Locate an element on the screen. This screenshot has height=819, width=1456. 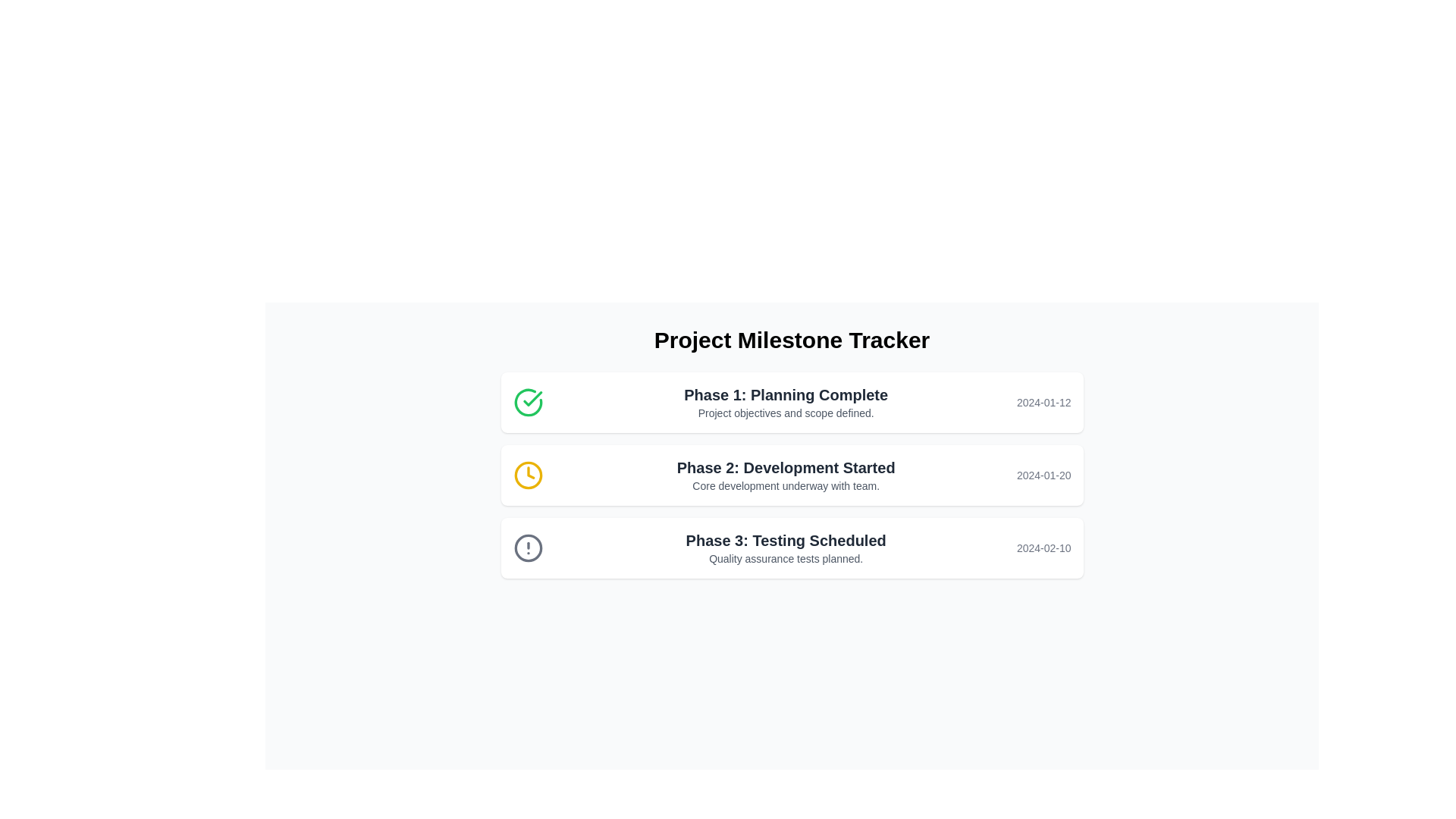
the warning icon with a gray outline and an exclamation mark in the center, located above the text 'Phase 3: Testing Scheduled' and to the left of 'Quality assurance tests planned.' is located at coordinates (528, 548).